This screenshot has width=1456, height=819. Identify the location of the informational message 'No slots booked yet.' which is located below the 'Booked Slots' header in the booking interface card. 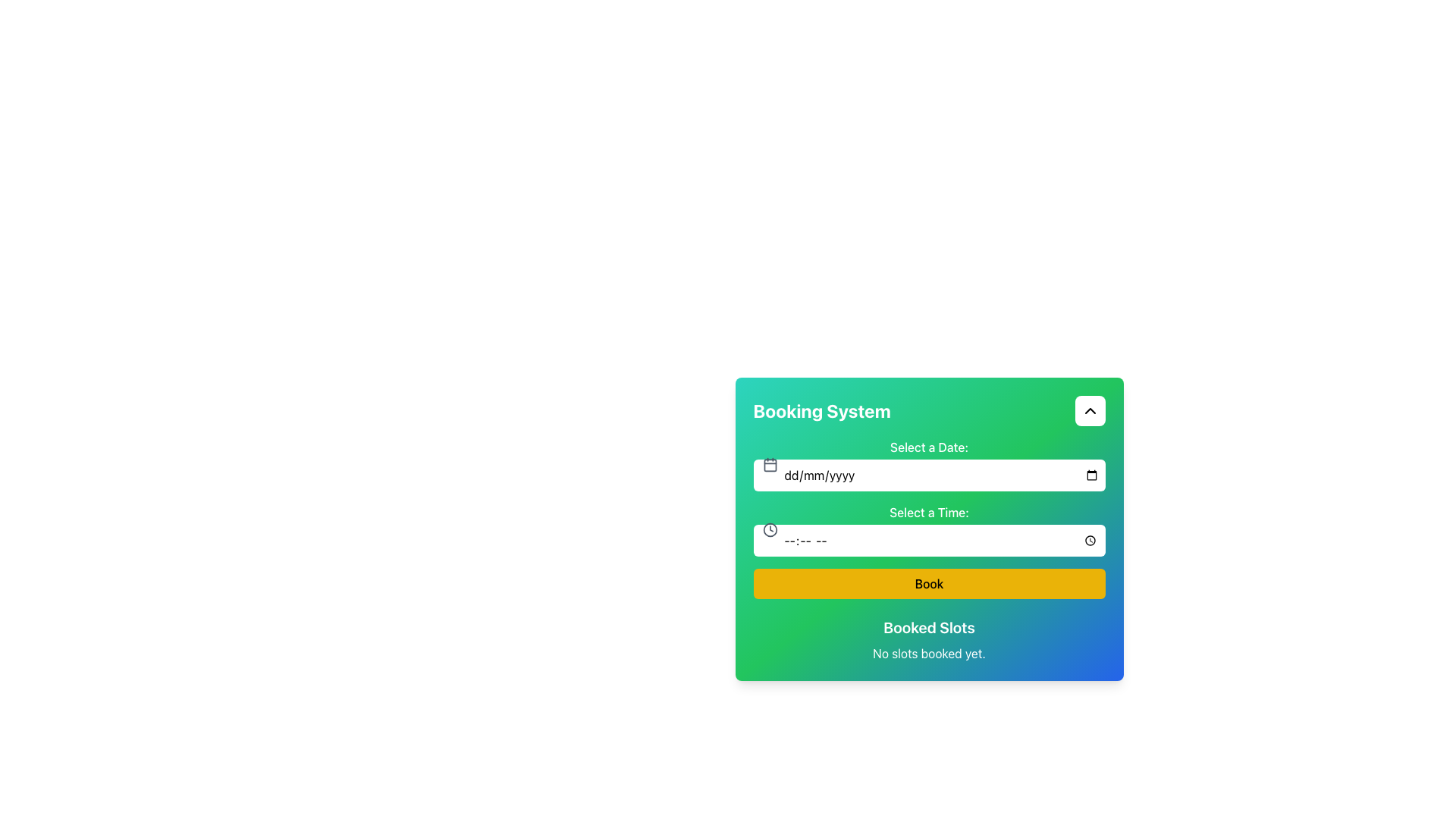
(928, 652).